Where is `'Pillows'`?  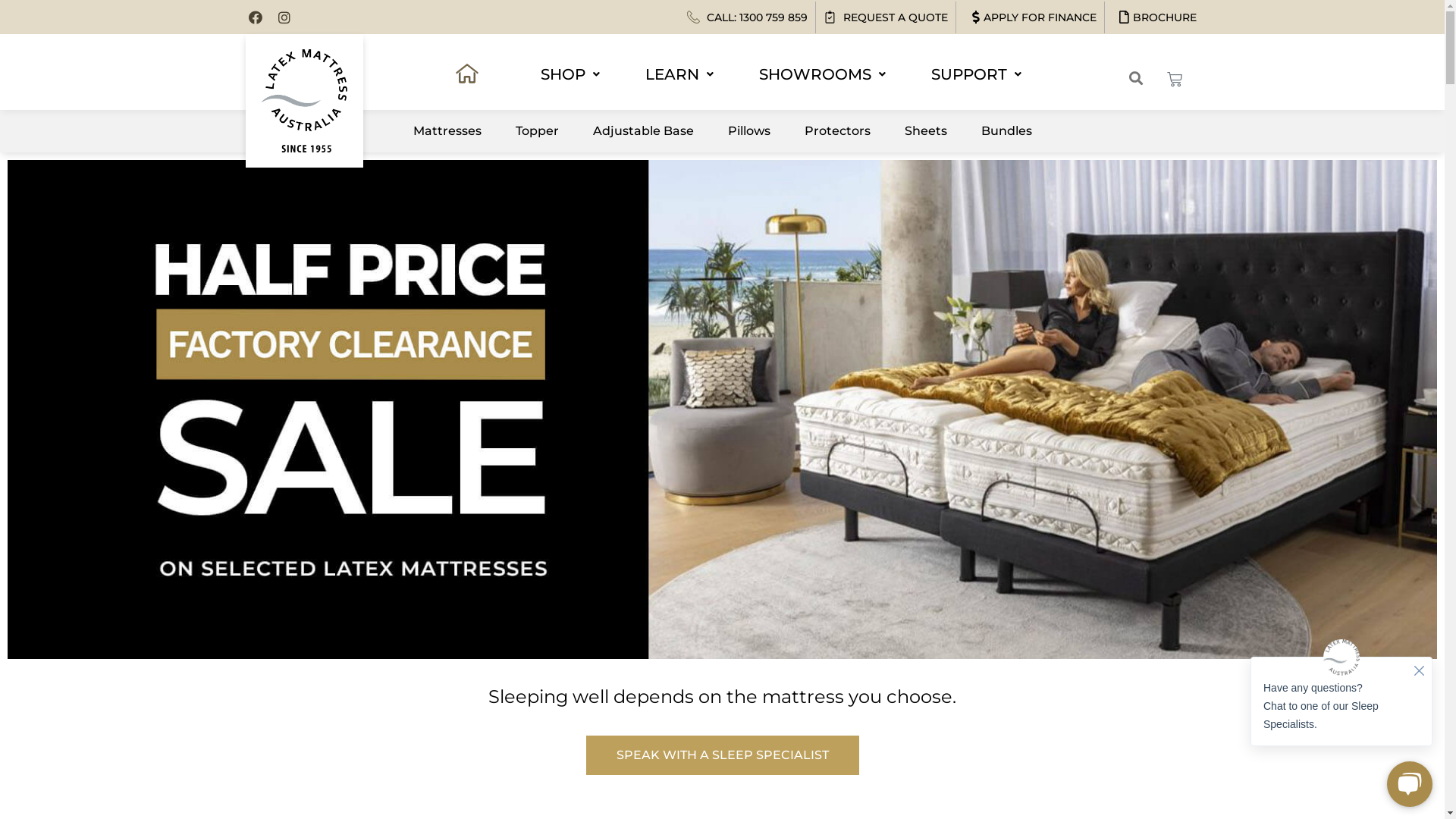
'Pillows' is located at coordinates (748, 130).